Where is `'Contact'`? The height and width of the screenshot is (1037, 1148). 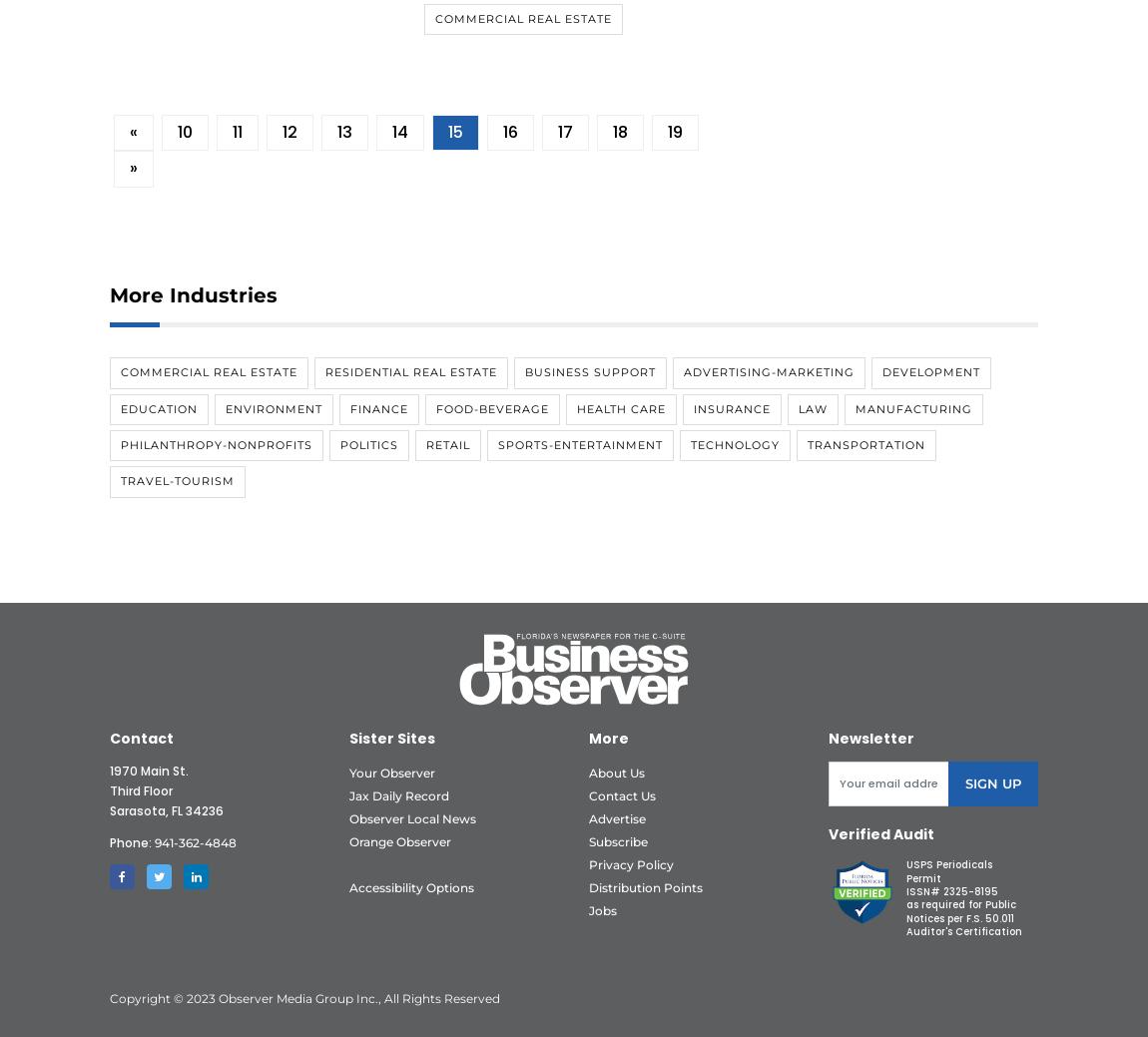 'Contact' is located at coordinates (141, 737).